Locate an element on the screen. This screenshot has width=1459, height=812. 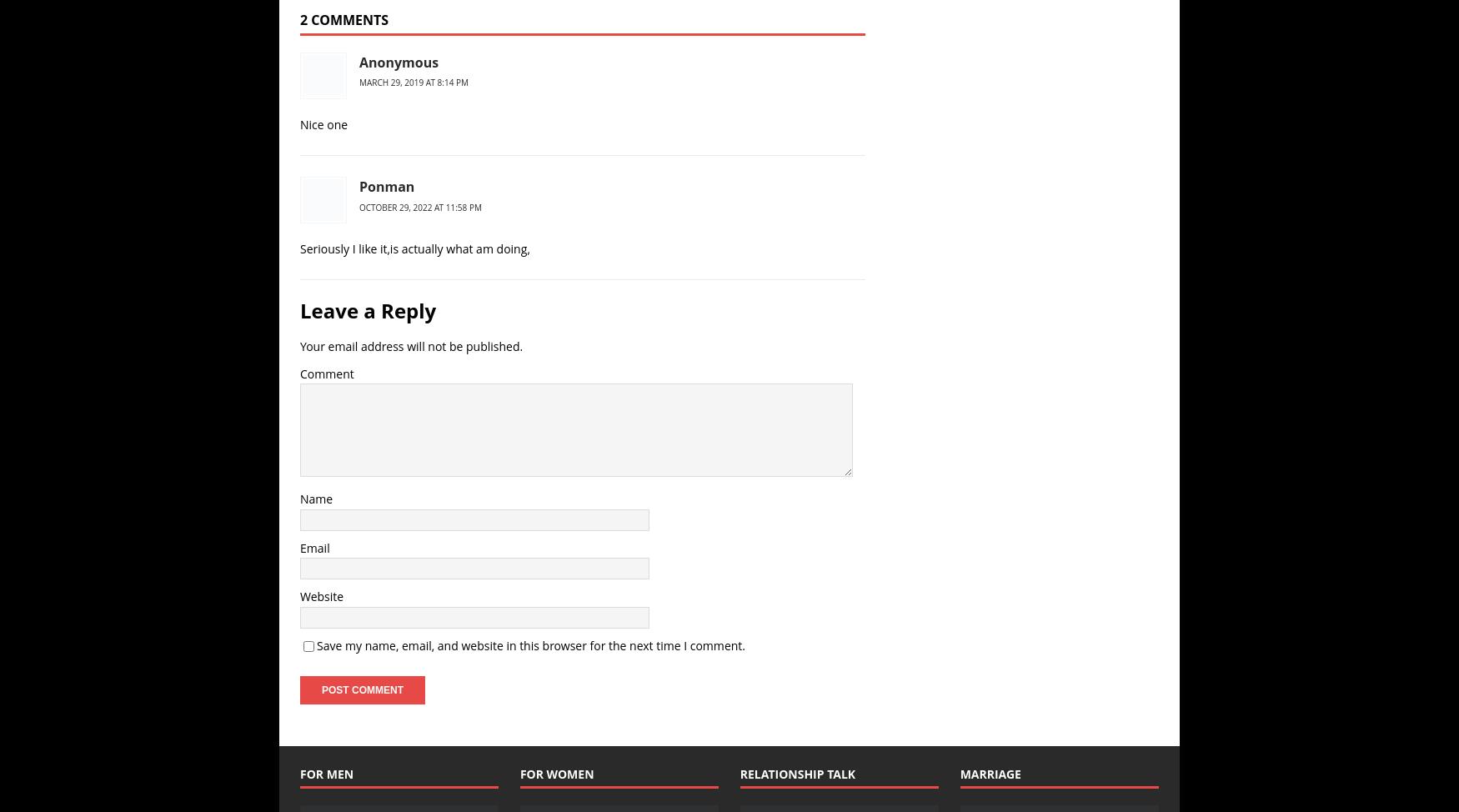
'Leave a Reply' is located at coordinates (299, 311).